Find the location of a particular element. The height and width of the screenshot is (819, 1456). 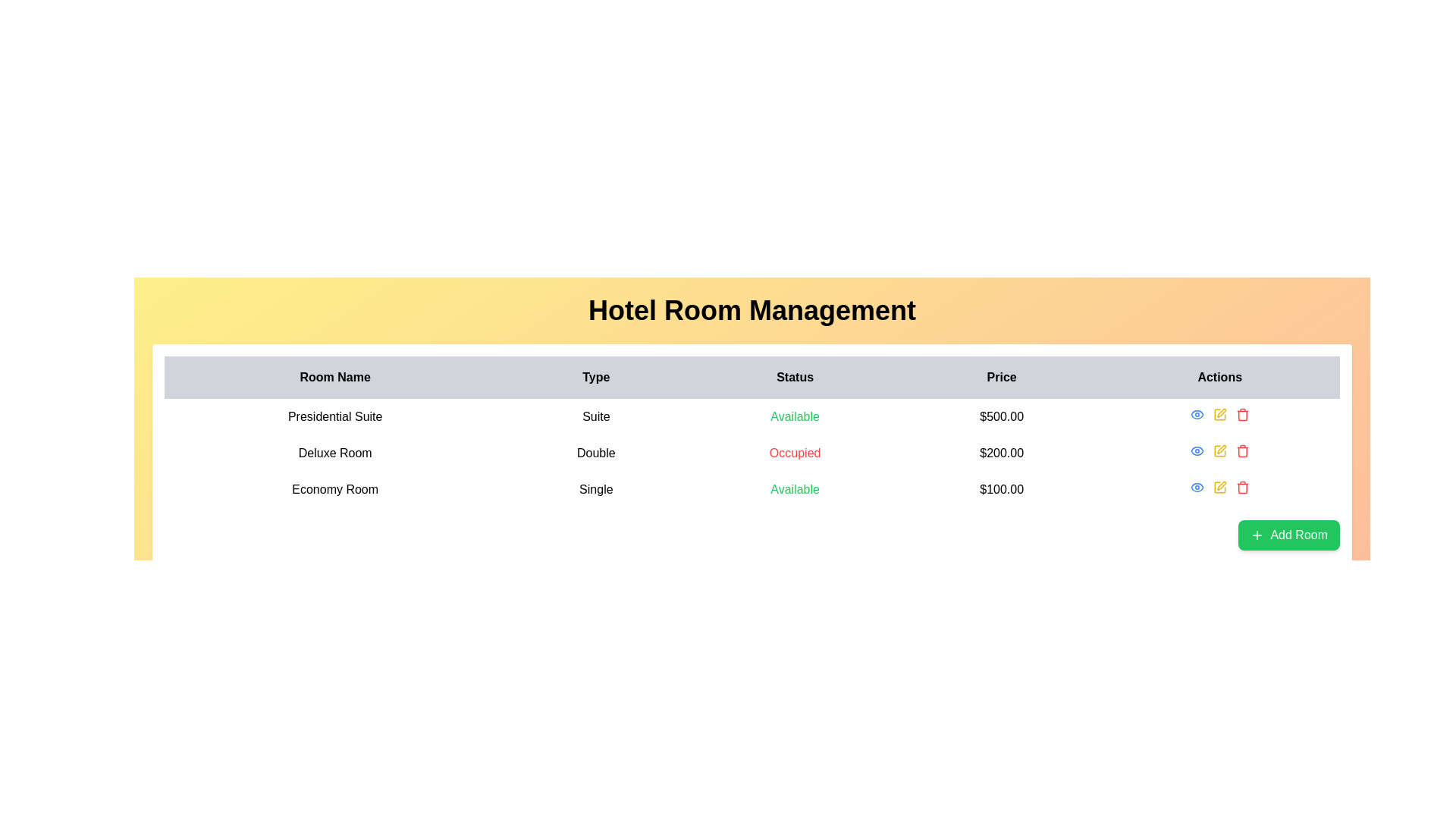

text from the label in the second row under the 'Room Name' column of the table layout is located at coordinates (334, 452).